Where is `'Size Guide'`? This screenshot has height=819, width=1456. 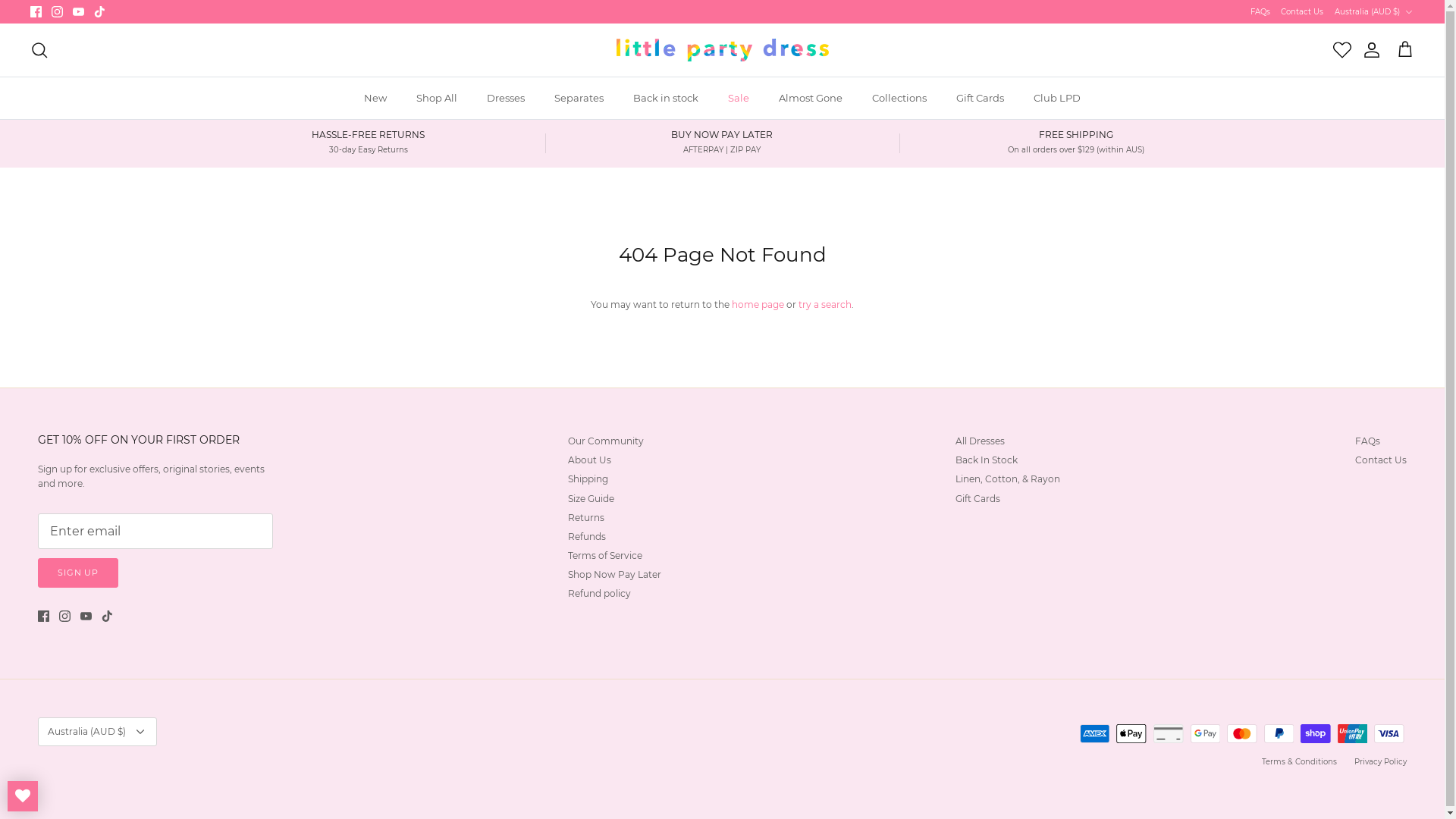
'Size Guide' is located at coordinates (590, 498).